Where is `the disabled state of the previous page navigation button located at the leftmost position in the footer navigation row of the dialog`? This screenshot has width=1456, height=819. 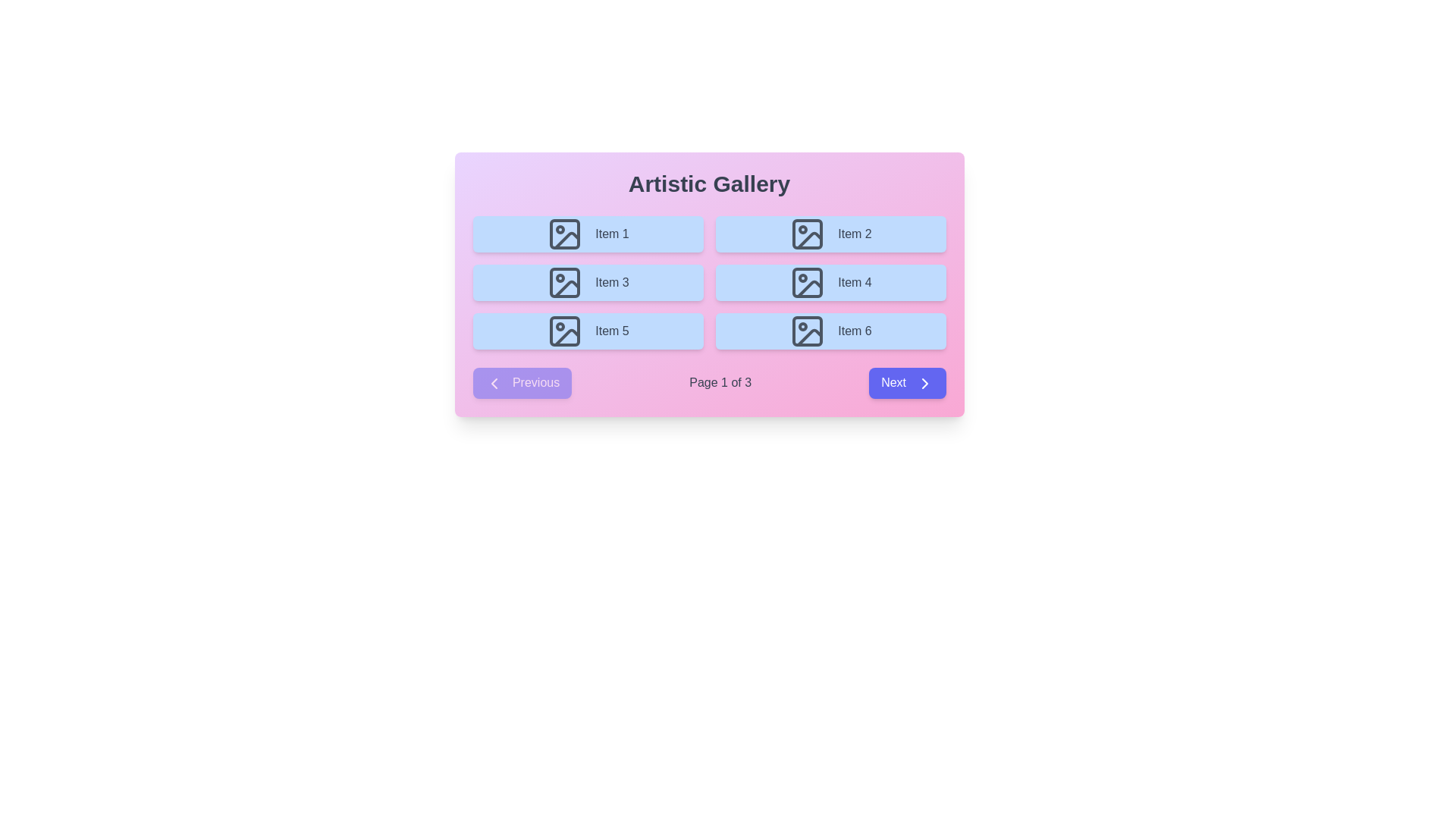 the disabled state of the previous page navigation button located at the leftmost position in the footer navigation row of the dialog is located at coordinates (522, 382).